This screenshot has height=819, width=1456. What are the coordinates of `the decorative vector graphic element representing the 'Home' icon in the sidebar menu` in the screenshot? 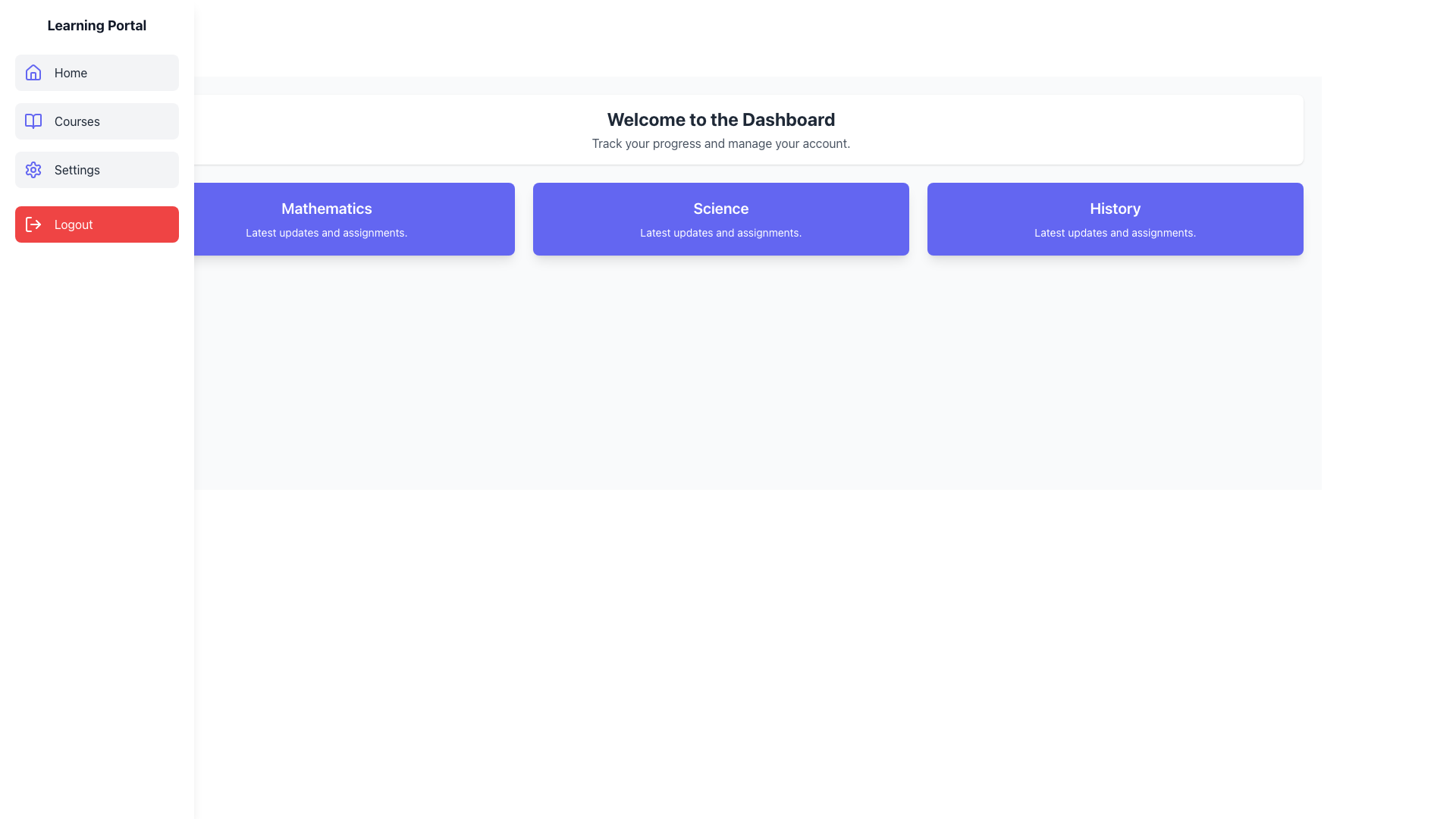 It's located at (33, 76).